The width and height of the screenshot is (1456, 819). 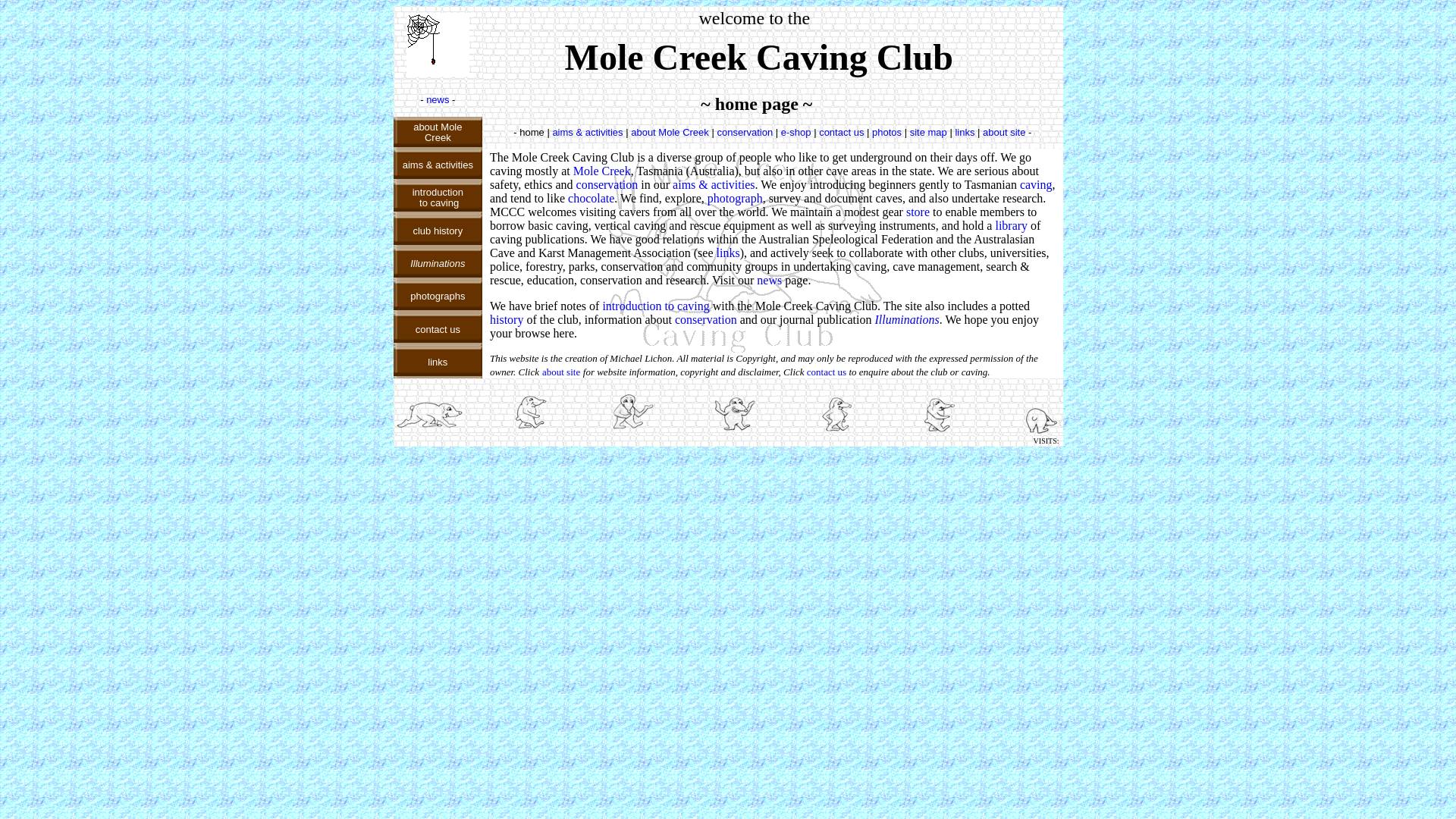 I want to click on 'e-shop', so click(x=795, y=130).